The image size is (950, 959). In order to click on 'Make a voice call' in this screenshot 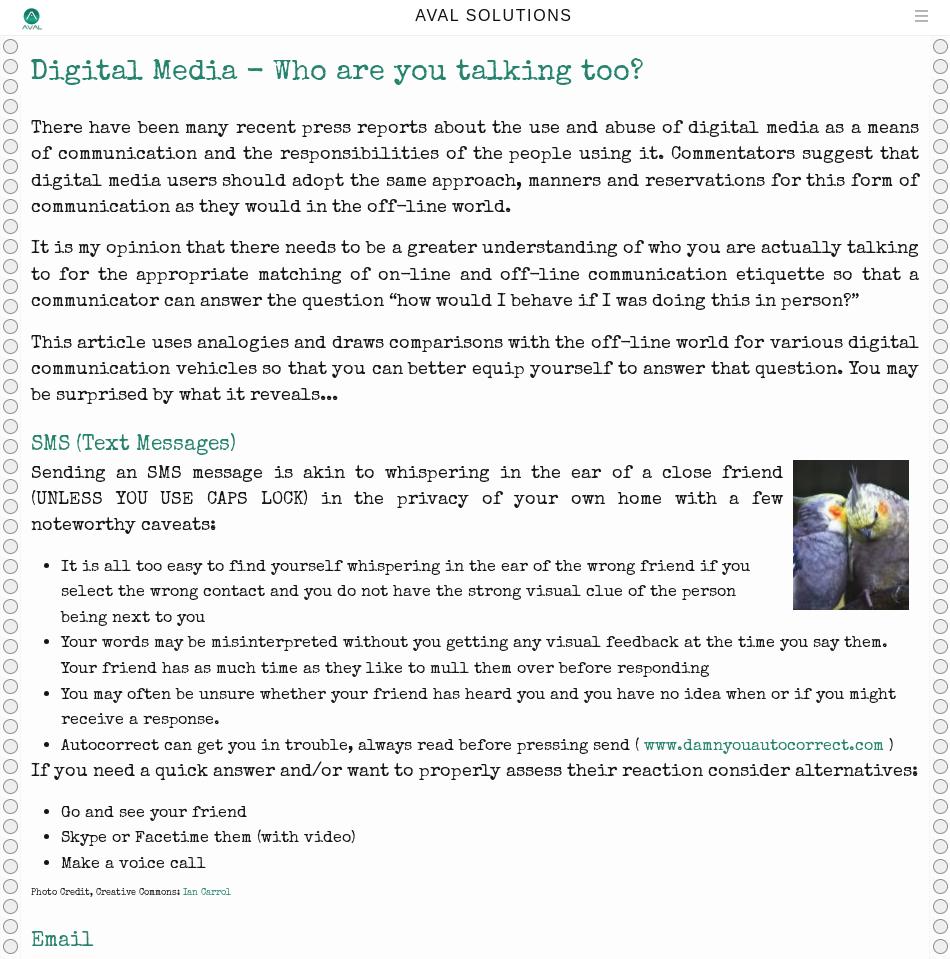, I will do `click(133, 862)`.